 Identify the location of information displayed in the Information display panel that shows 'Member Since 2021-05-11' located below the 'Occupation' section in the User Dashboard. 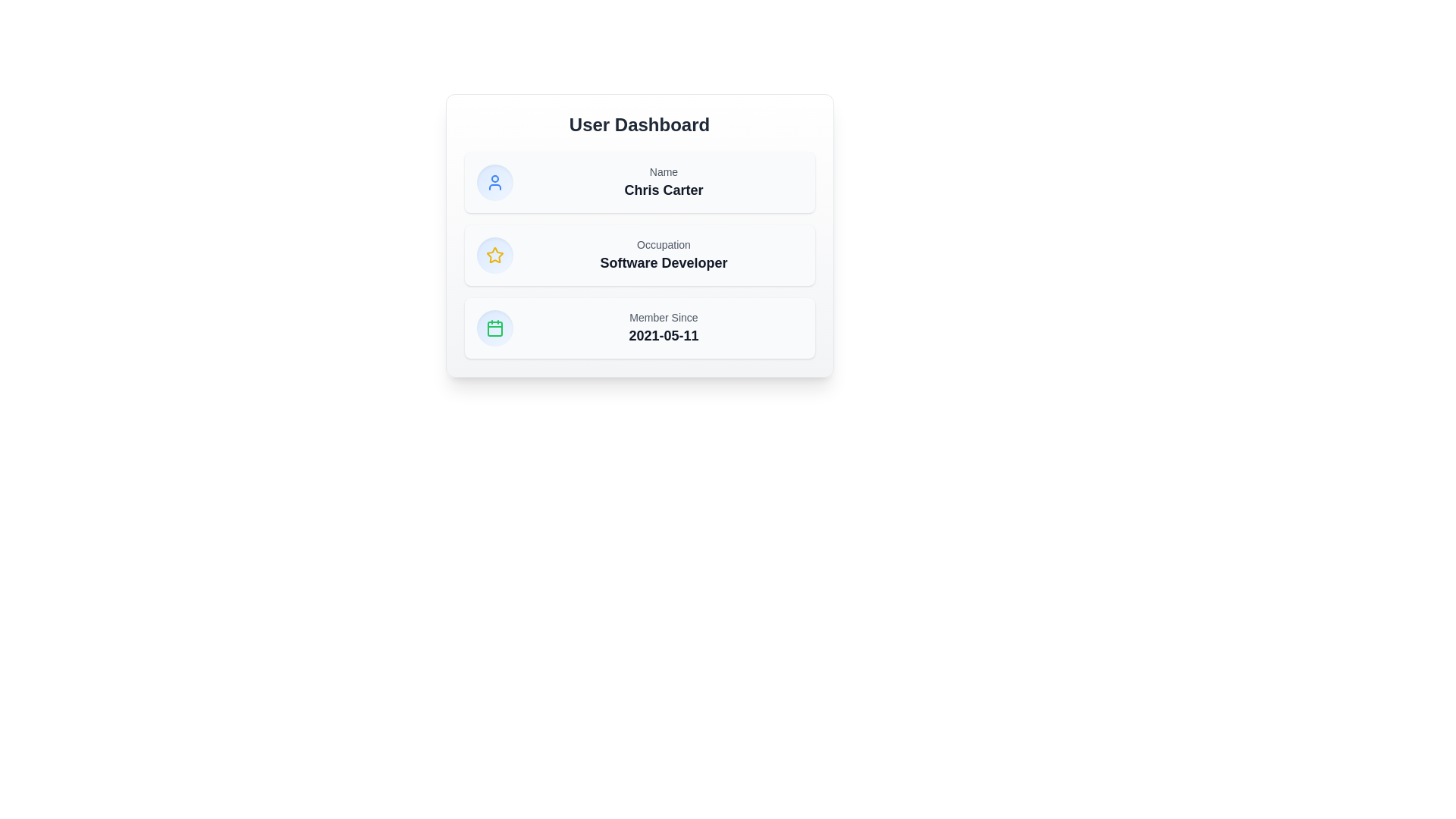
(639, 327).